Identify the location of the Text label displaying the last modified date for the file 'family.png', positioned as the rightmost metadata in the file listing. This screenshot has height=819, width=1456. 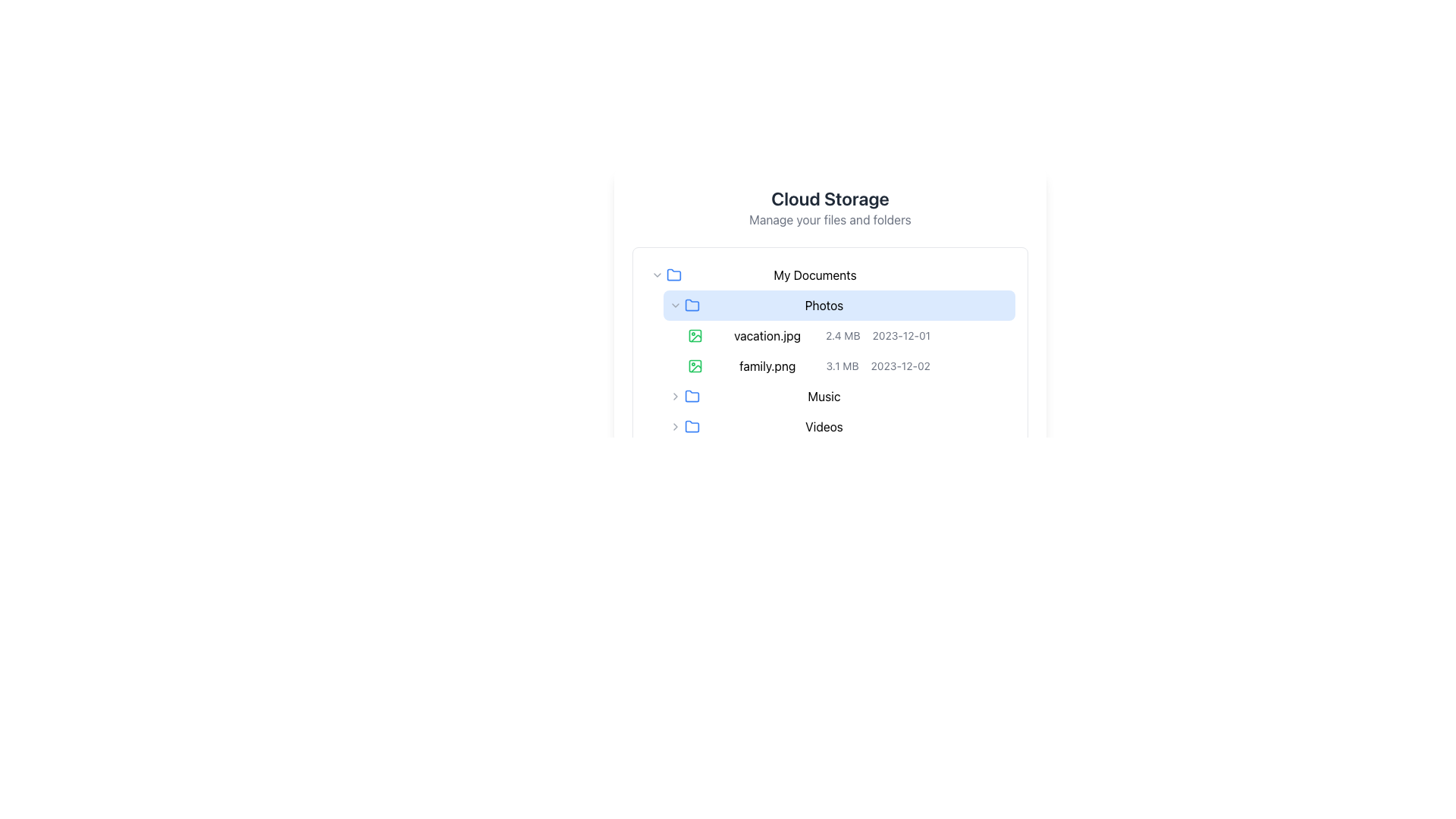
(900, 366).